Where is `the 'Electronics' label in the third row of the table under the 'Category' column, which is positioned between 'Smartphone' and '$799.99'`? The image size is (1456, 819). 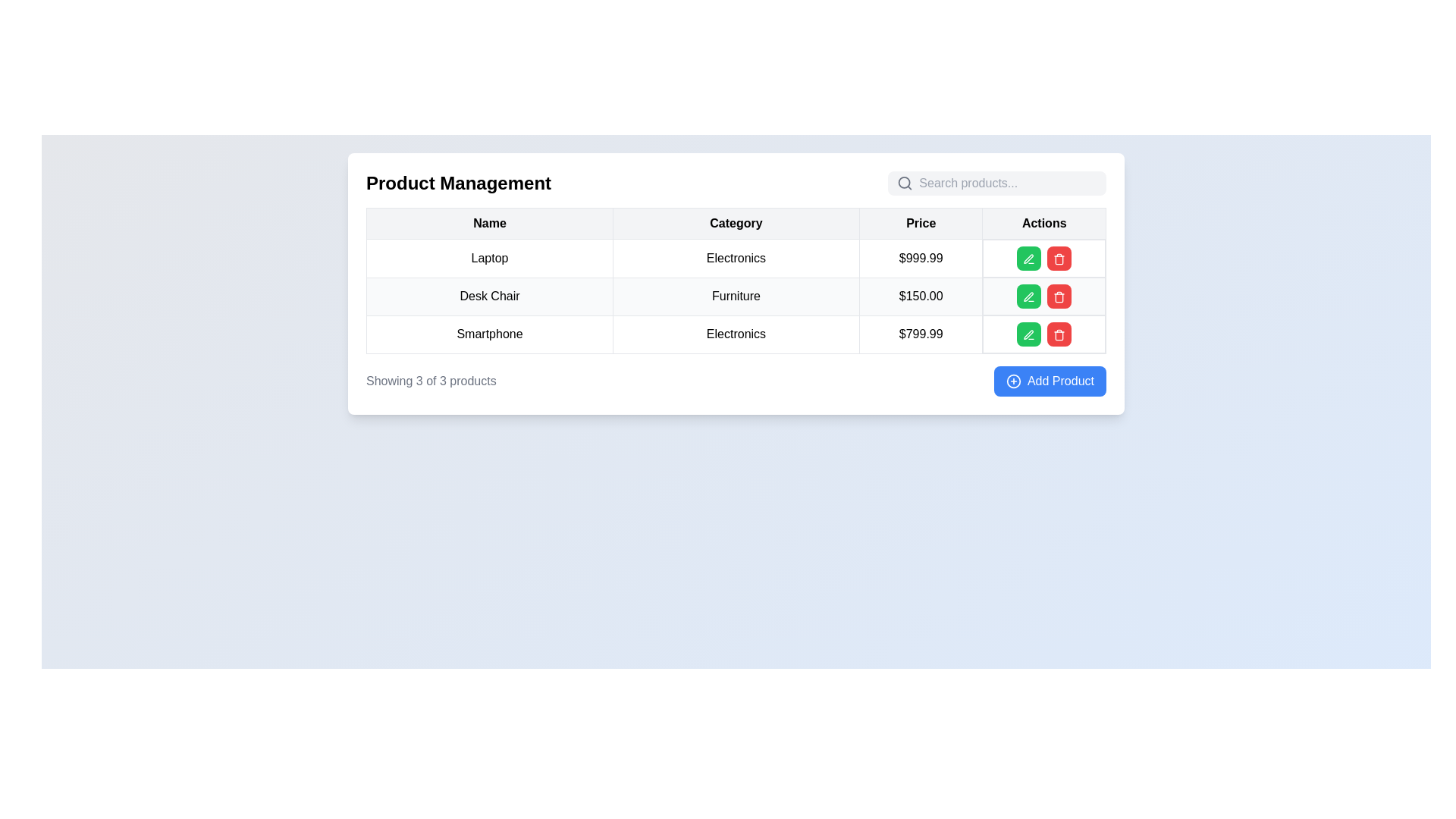
the 'Electronics' label in the third row of the table under the 'Category' column, which is positioned between 'Smartphone' and '$799.99' is located at coordinates (736, 334).